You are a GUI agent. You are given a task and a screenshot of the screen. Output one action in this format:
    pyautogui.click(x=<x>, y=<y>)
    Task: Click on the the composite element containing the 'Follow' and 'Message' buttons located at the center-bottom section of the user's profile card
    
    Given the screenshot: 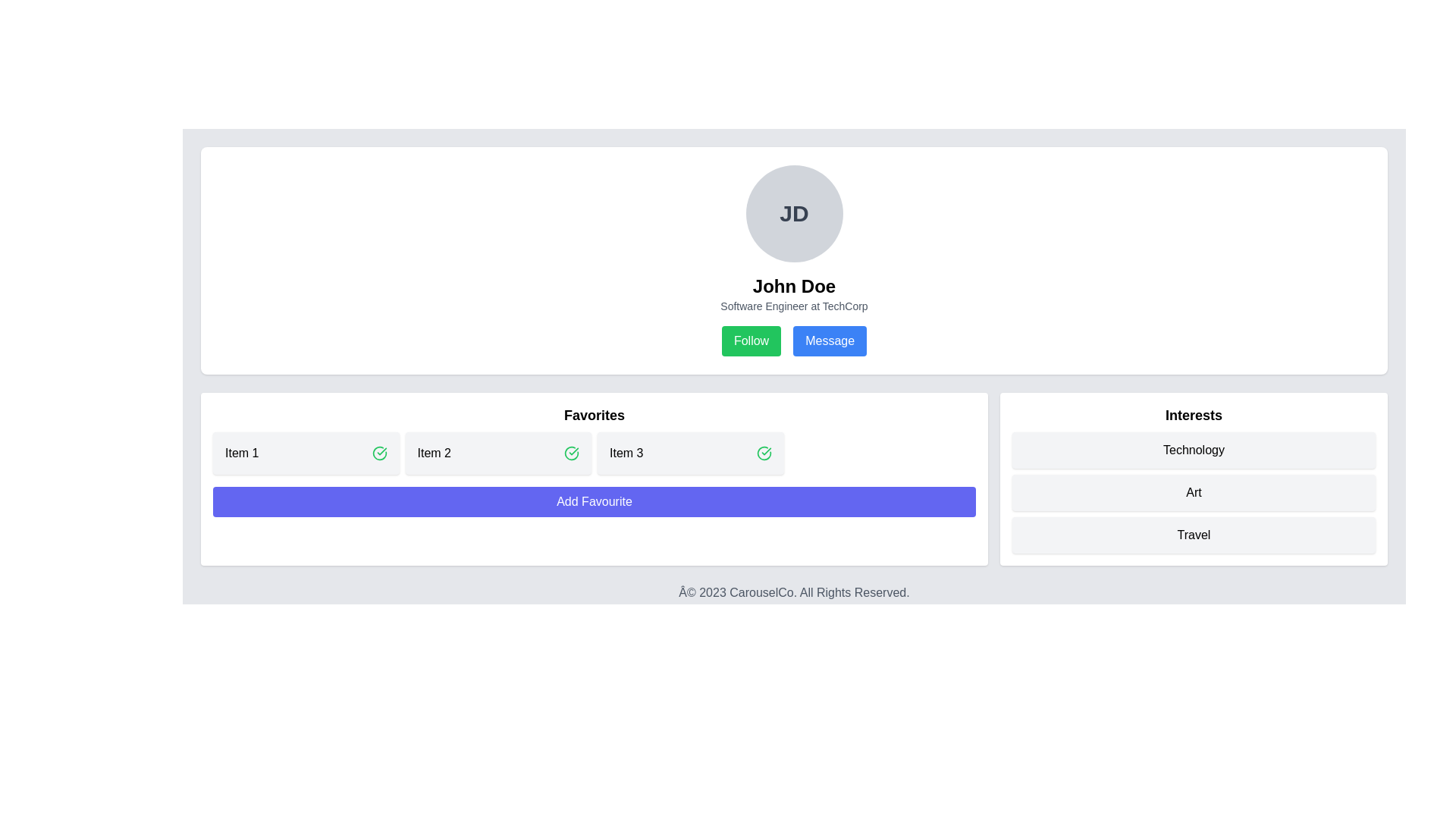 What is the action you would take?
    pyautogui.click(x=793, y=341)
    